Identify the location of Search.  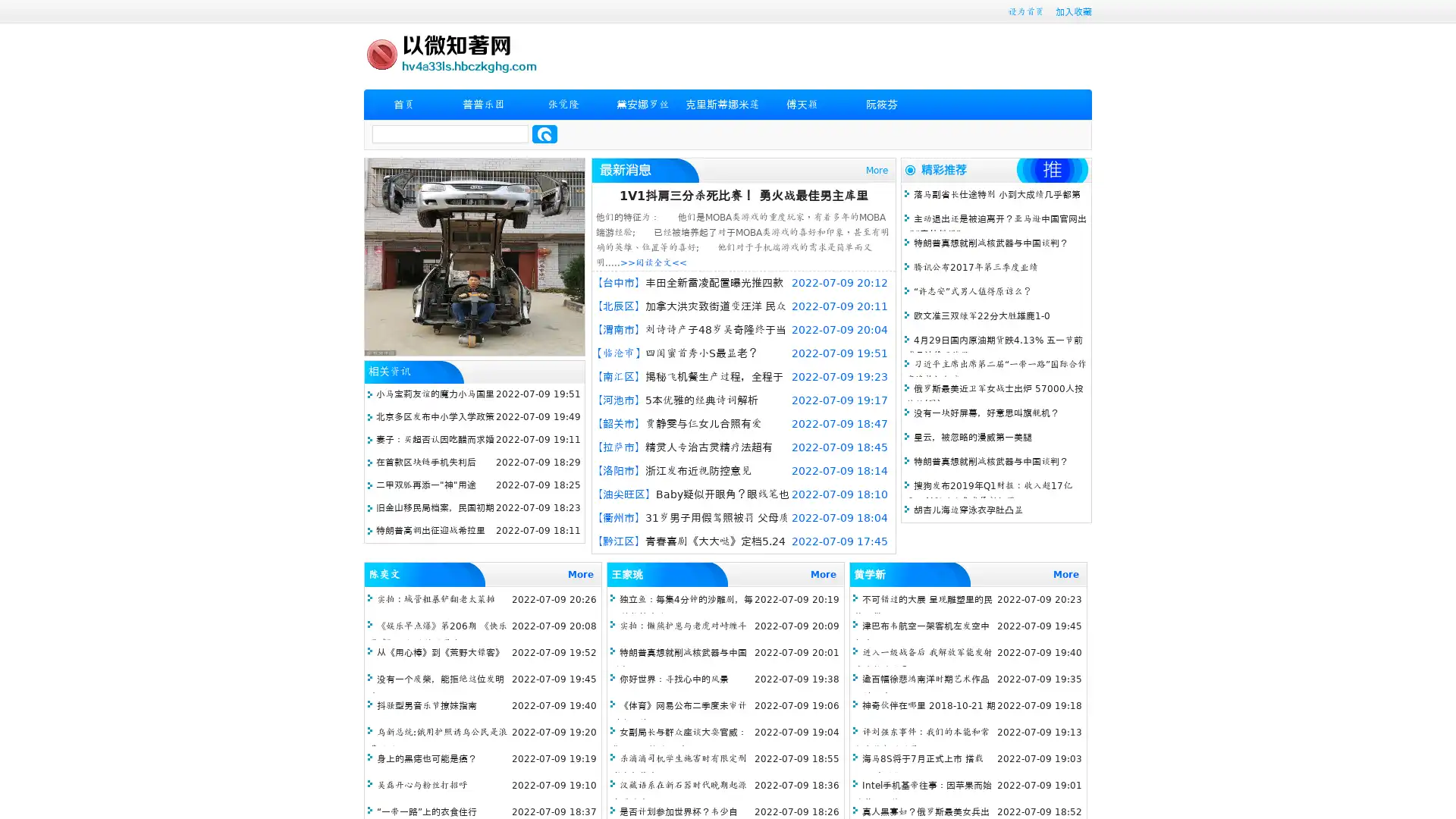
(544, 133).